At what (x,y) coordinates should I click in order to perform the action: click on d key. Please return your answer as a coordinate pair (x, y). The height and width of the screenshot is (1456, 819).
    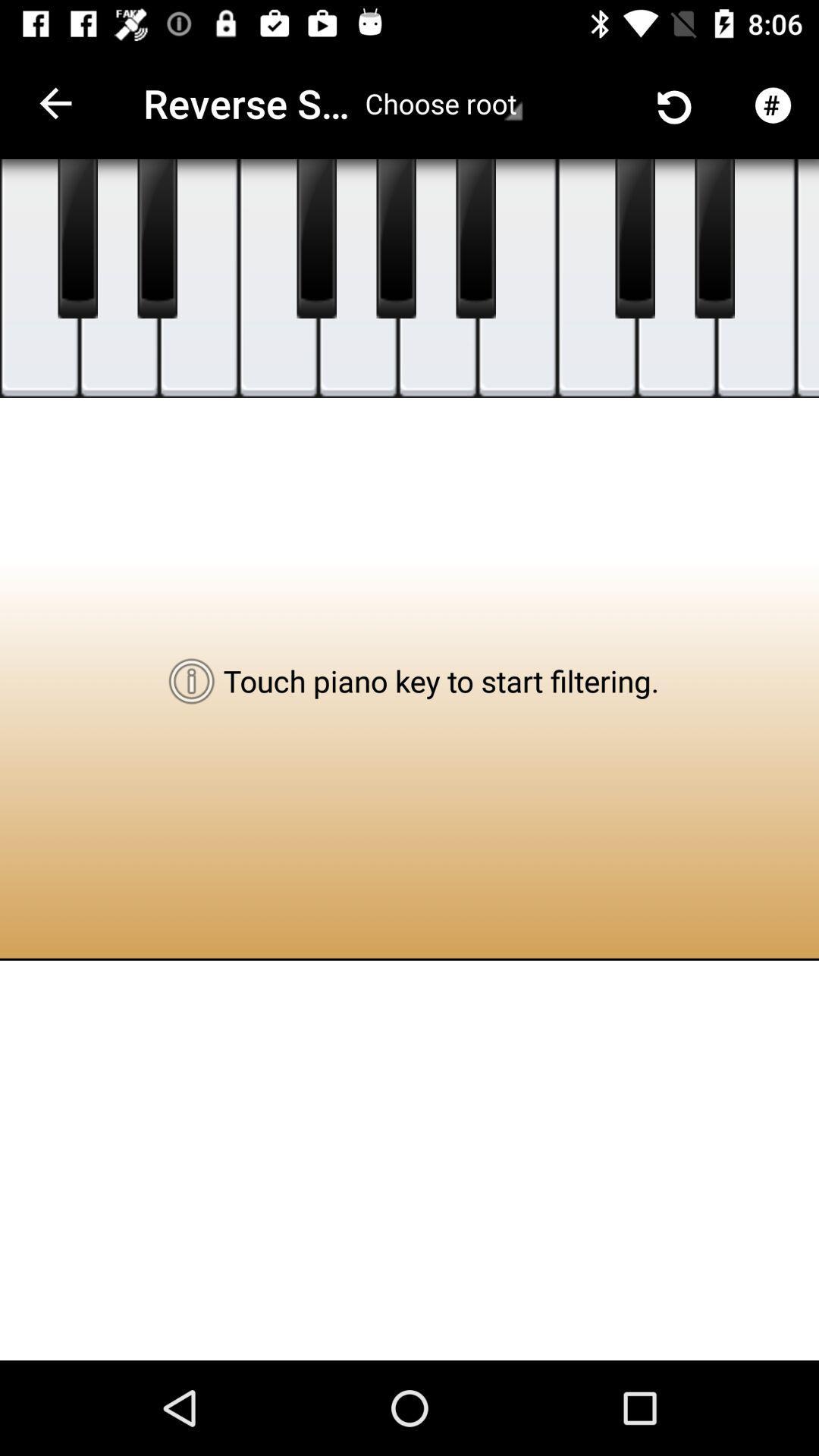
    Looking at the image, I should click on (118, 278).